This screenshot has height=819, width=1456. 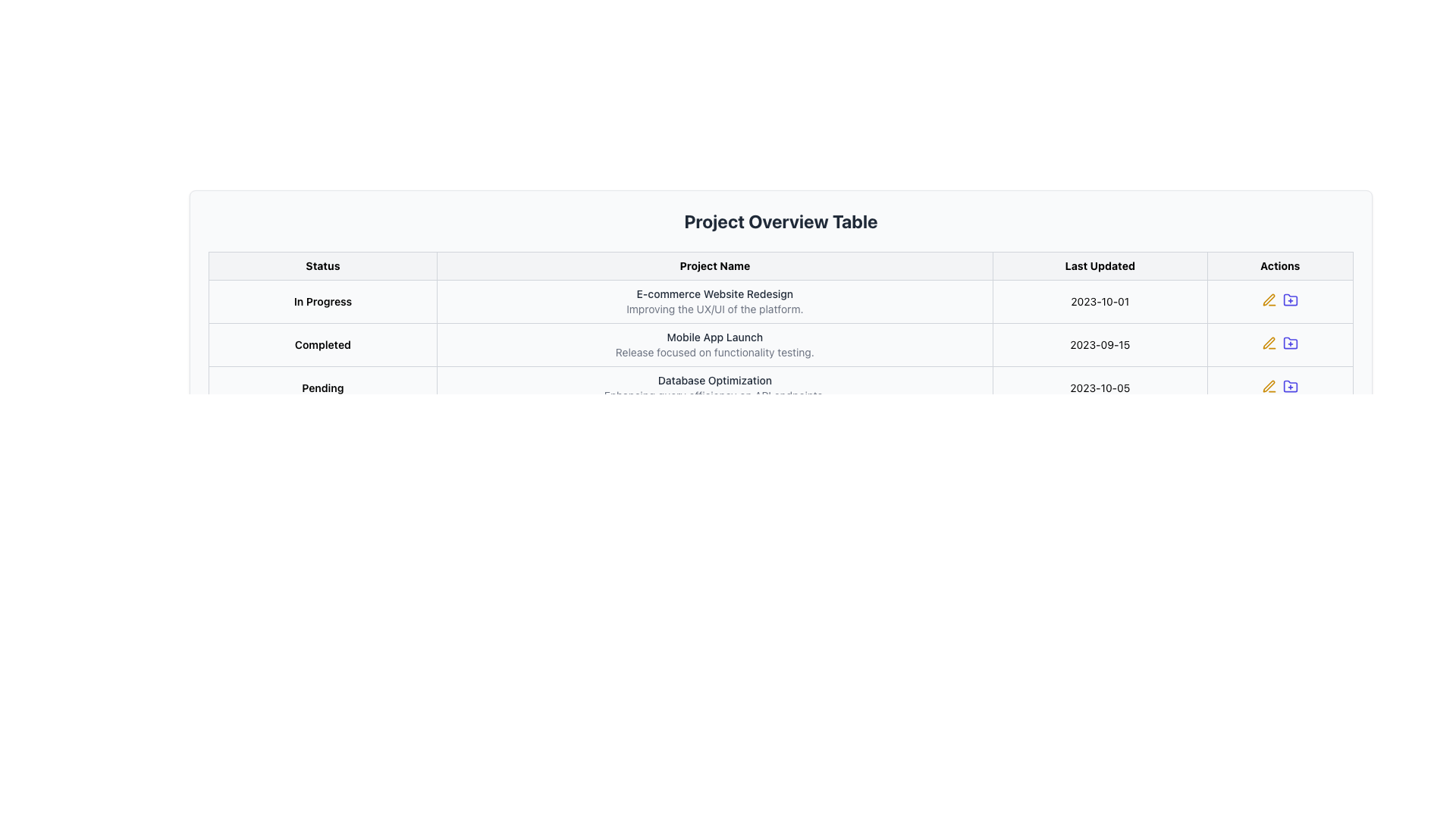 I want to click on the indigo folder icon with a plus sign in the 'Actions' column of the 'Completed' row, so click(x=1290, y=342).